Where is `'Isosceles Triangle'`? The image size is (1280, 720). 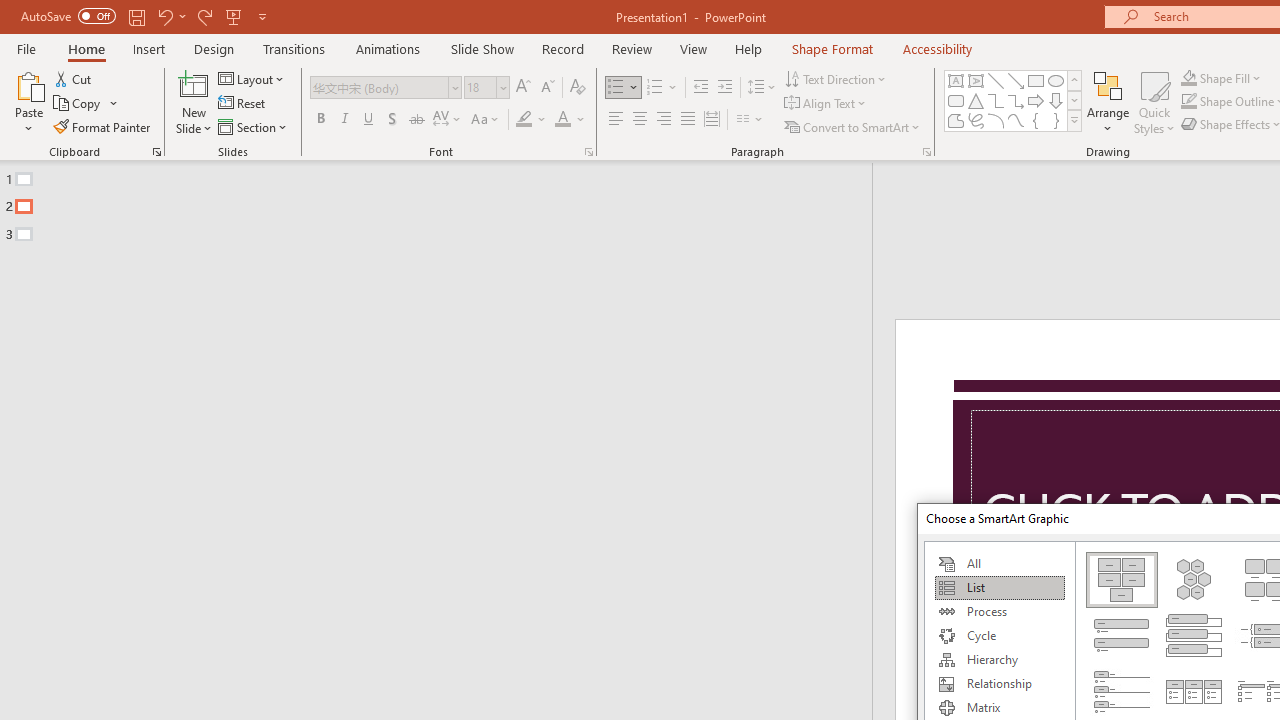 'Isosceles Triangle' is located at coordinates (976, 100).